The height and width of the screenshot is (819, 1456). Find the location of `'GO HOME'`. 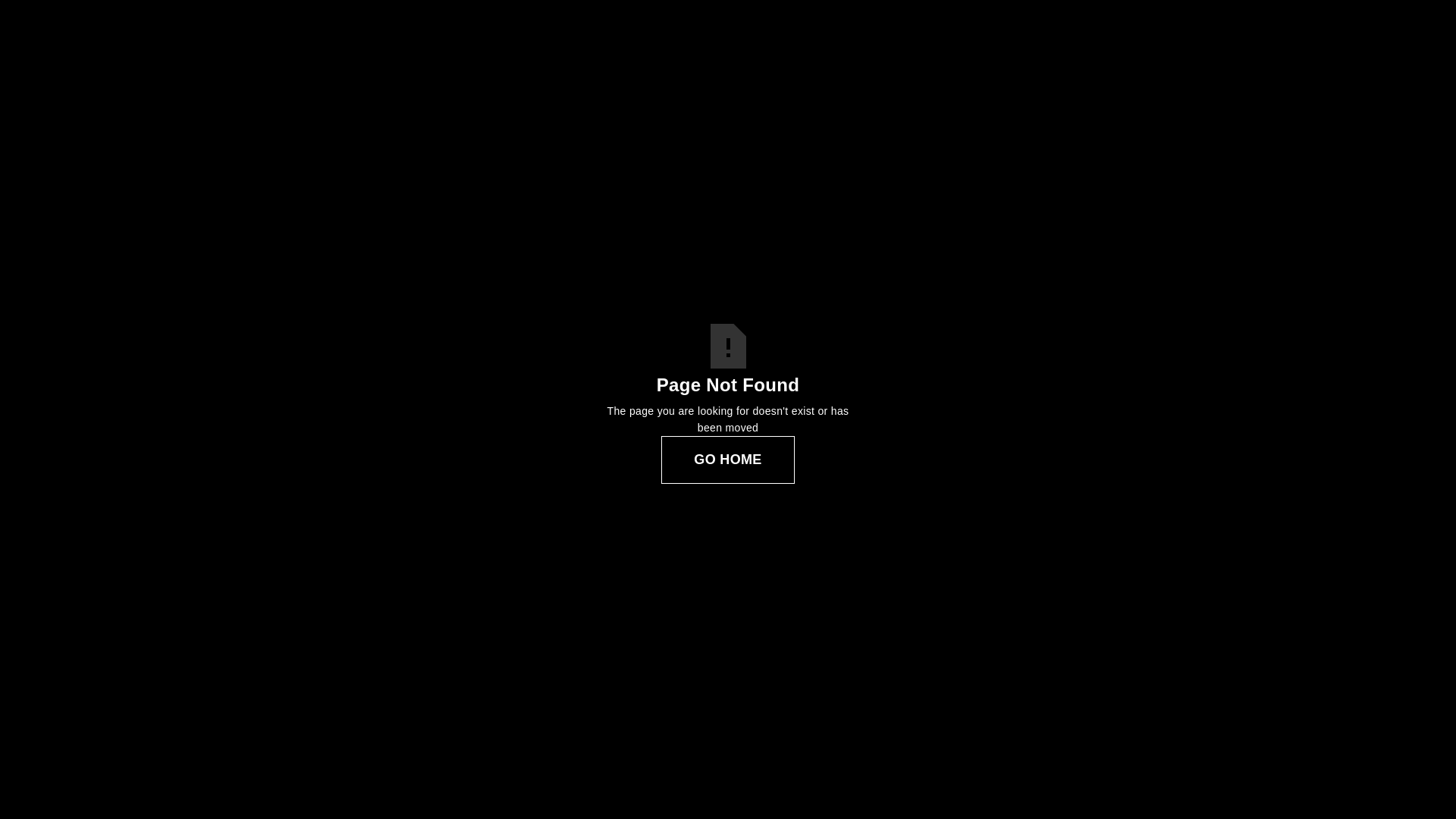

'GO HOME' is located at coordinates (726, 459).